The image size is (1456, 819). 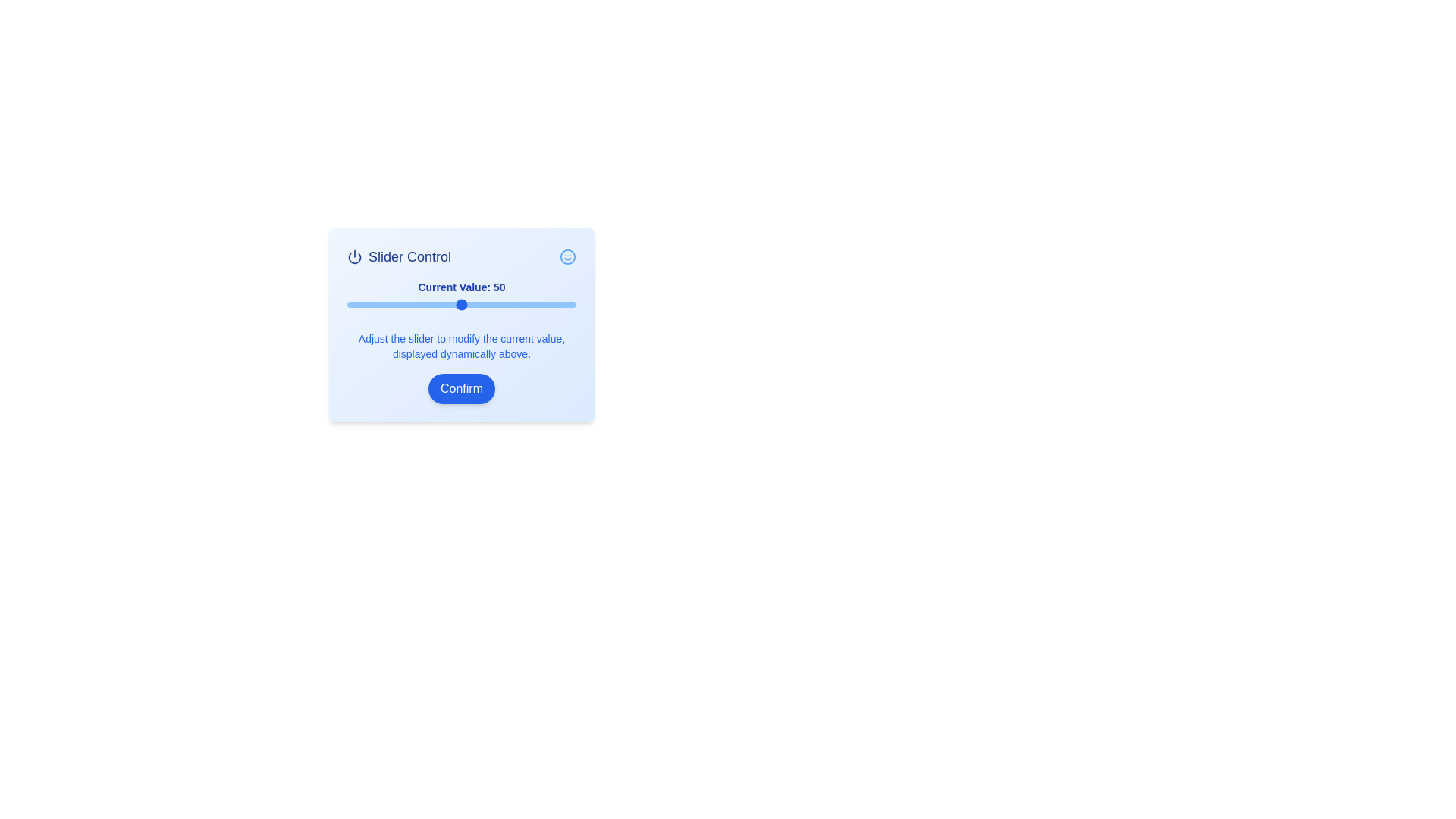 I want to click on the slider value, so click(x=444, y=304).